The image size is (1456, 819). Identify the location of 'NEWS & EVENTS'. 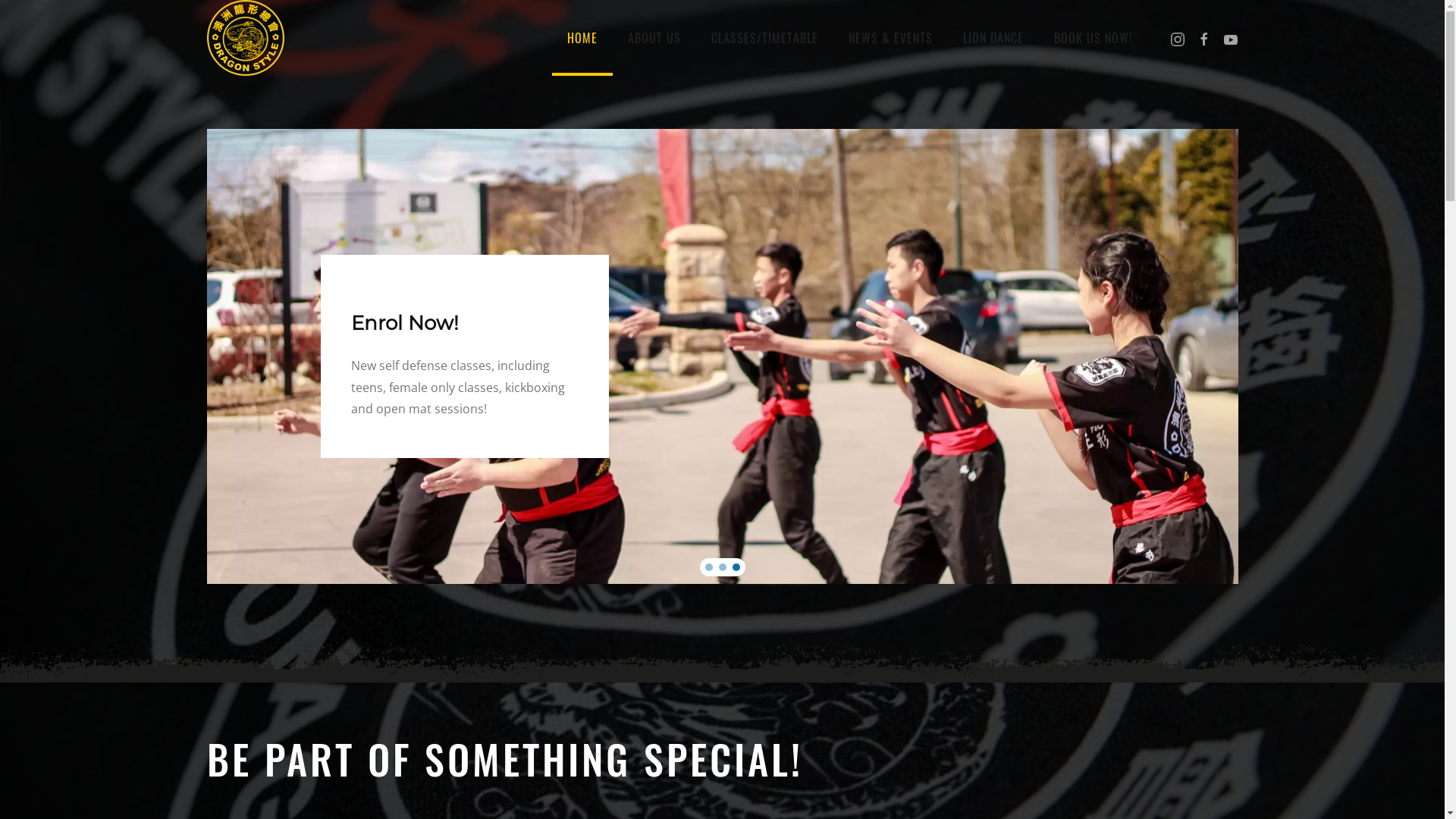
(890, 37).